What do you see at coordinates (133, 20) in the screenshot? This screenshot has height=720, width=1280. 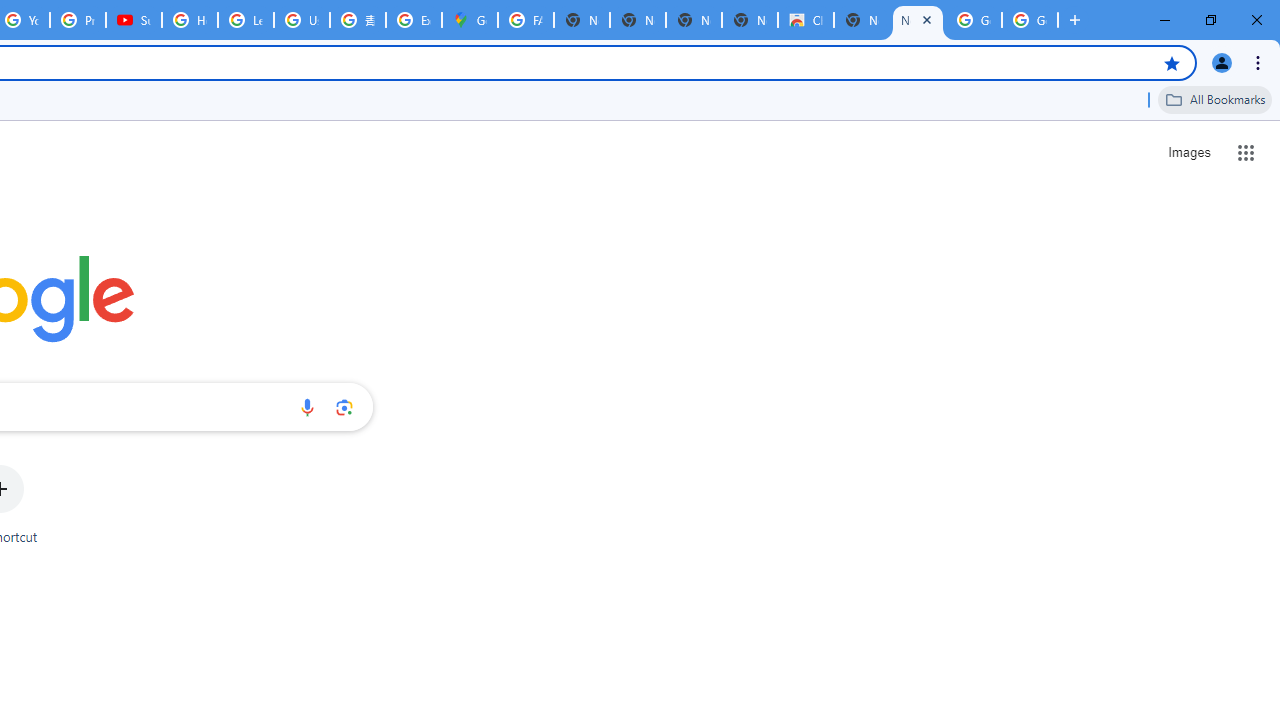 I see `'Subscriptions - YouTube'` at bounding box center [133, 20].